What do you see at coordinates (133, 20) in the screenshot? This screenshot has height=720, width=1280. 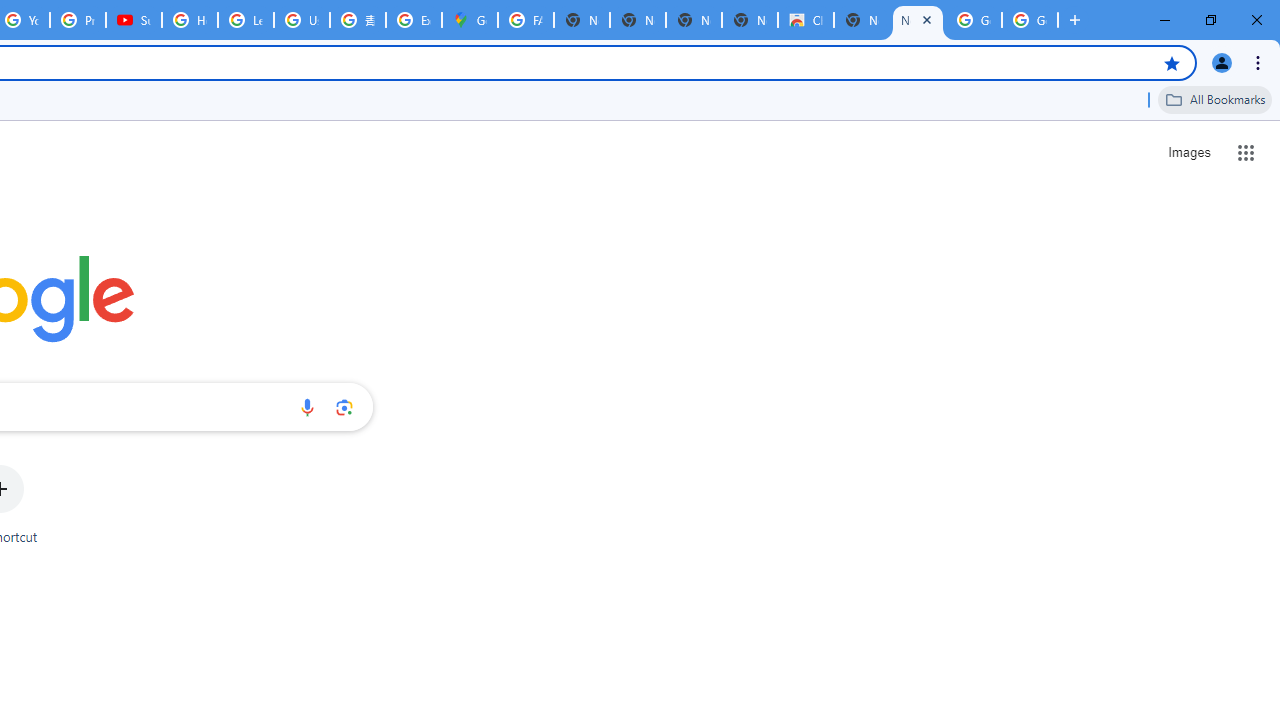 I see `'Subscriptions - YouTube'` at bounding box center [133, 20].